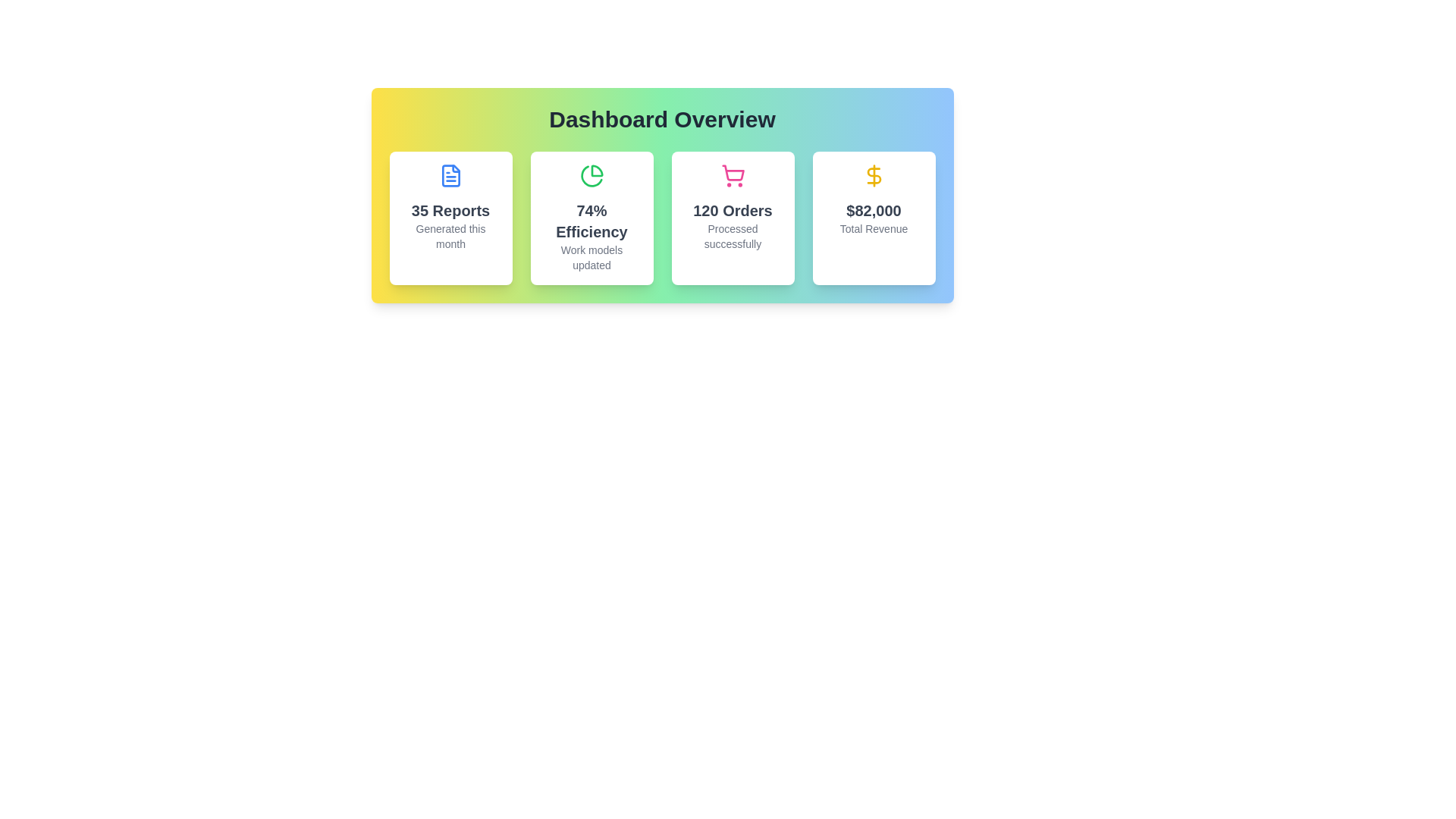  Describe the element at coordinates (733, 218) in the screenshot. I see `the Informational Card displaying '120 Orders' with a pink shopping cart icon, located in the third column of a four-column grid` at that location.